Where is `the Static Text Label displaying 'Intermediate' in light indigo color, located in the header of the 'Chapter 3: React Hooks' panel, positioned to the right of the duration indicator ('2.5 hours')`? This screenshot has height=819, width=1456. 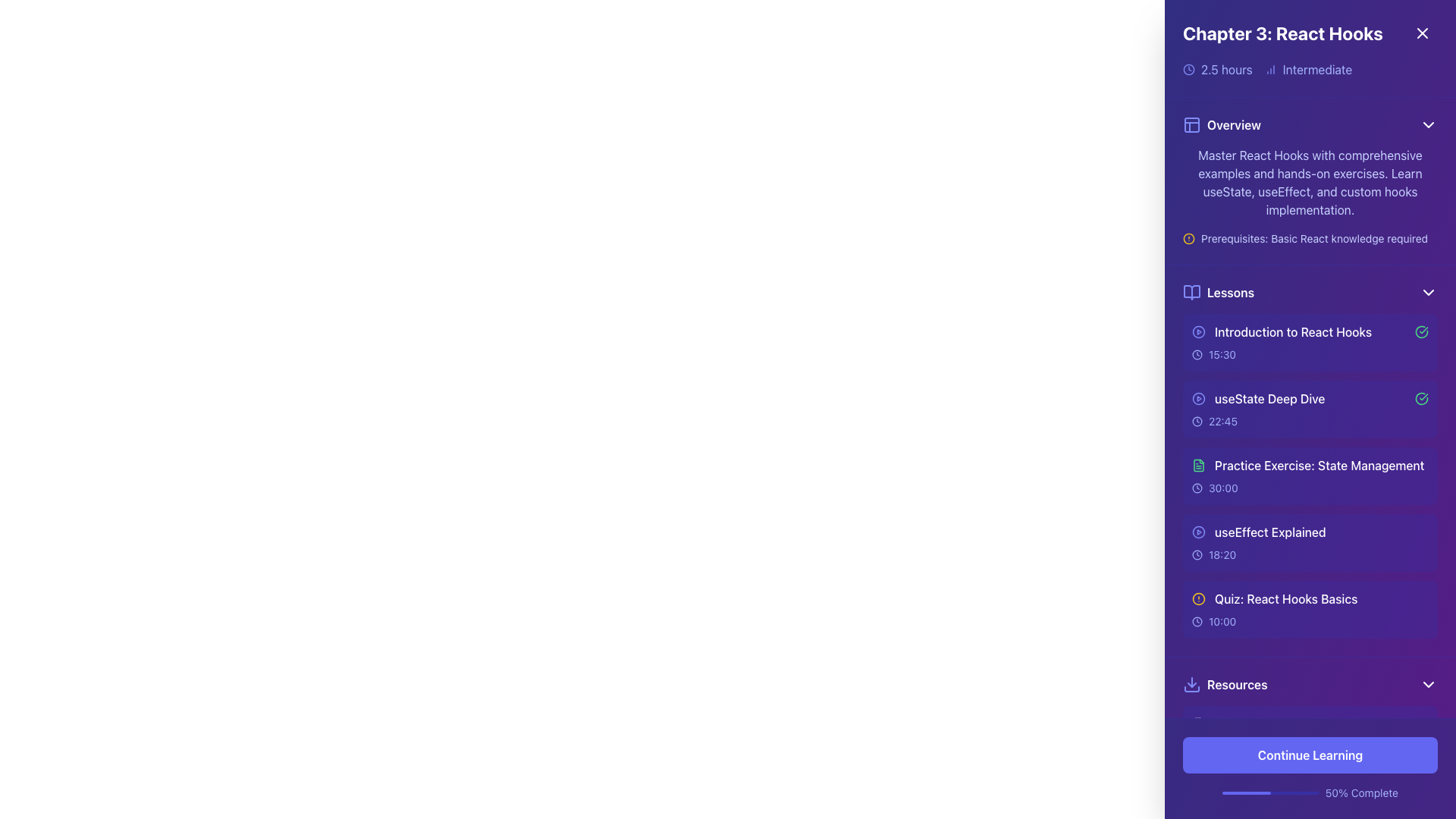 the Static Text Label displaying 'Intermediate' in light indigo color, located in the header of the 'Chapter 3: React Hooks' panel, positioned to the right of the duration indicator ('2.5 hours') is located at coordinates (1316, 70).